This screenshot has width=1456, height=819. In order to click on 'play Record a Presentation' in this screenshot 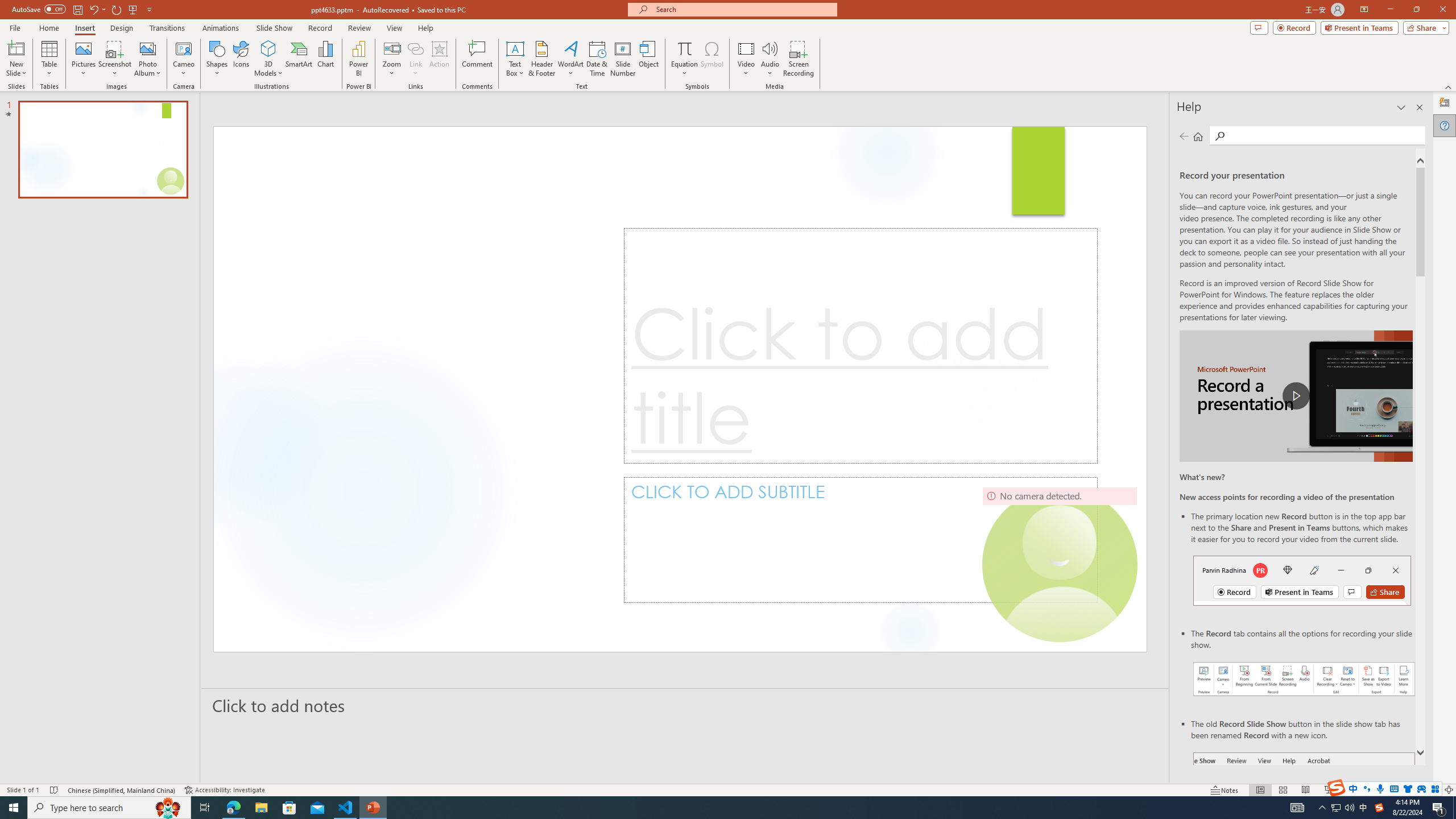, I will do `click(1296, 396)`.